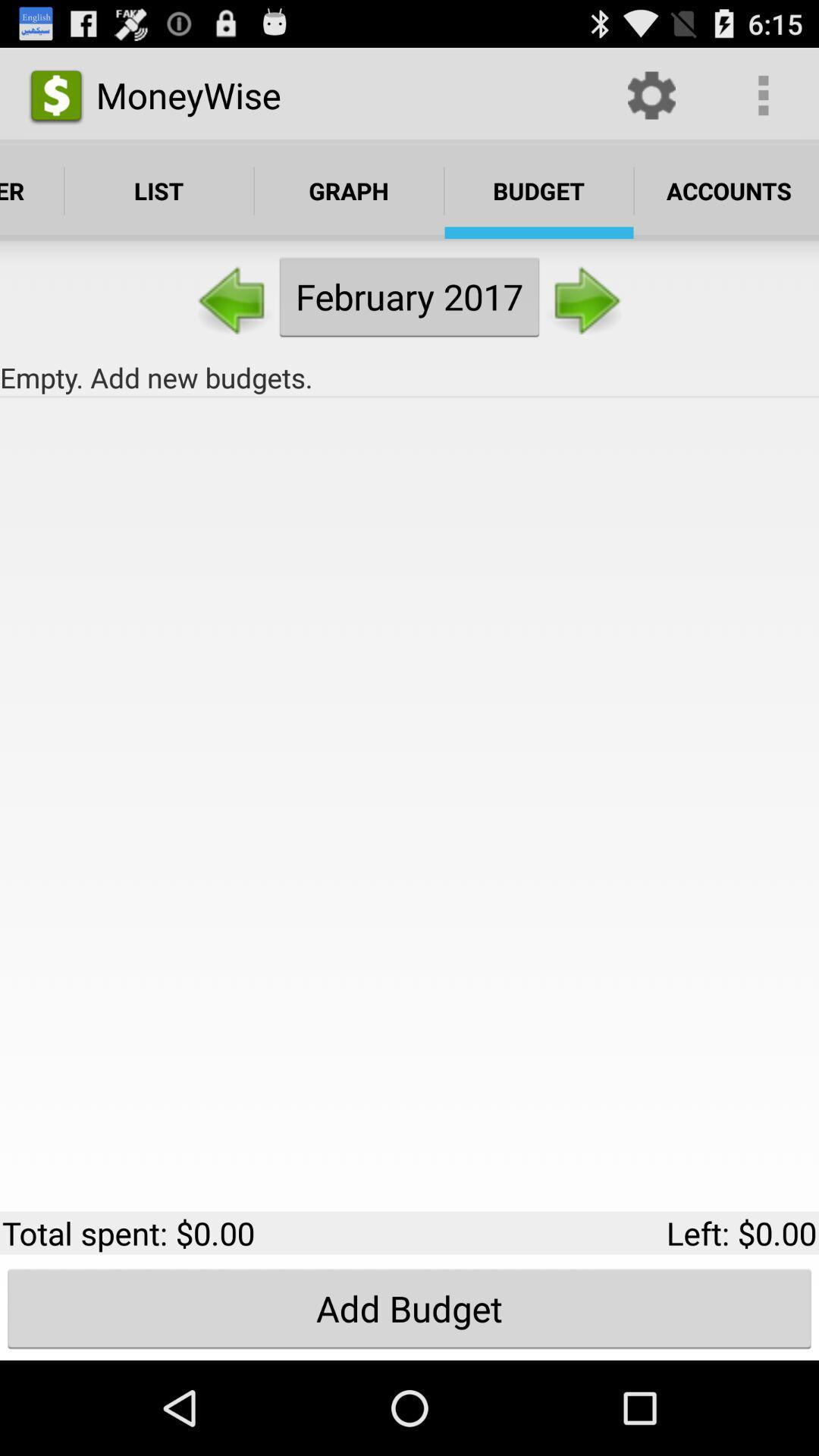  Describe the element at coordinates (409, 297) in the screenshot. I see `app below graph` at that location.